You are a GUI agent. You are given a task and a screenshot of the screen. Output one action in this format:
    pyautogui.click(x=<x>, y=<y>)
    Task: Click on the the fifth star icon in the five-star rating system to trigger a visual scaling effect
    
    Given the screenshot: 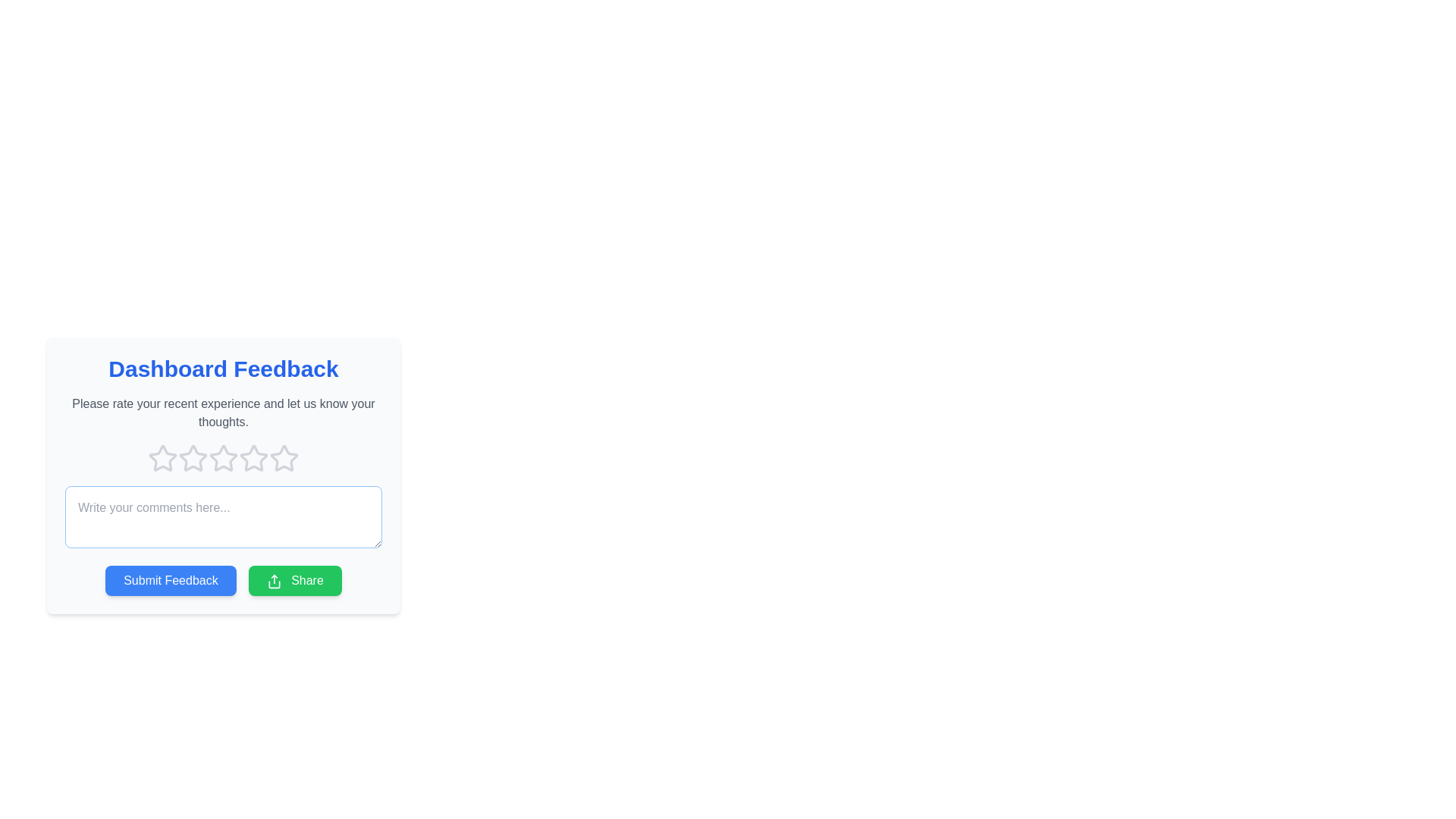 What is the action you would take?
    pyautogui.click(x=284, y=458)
    